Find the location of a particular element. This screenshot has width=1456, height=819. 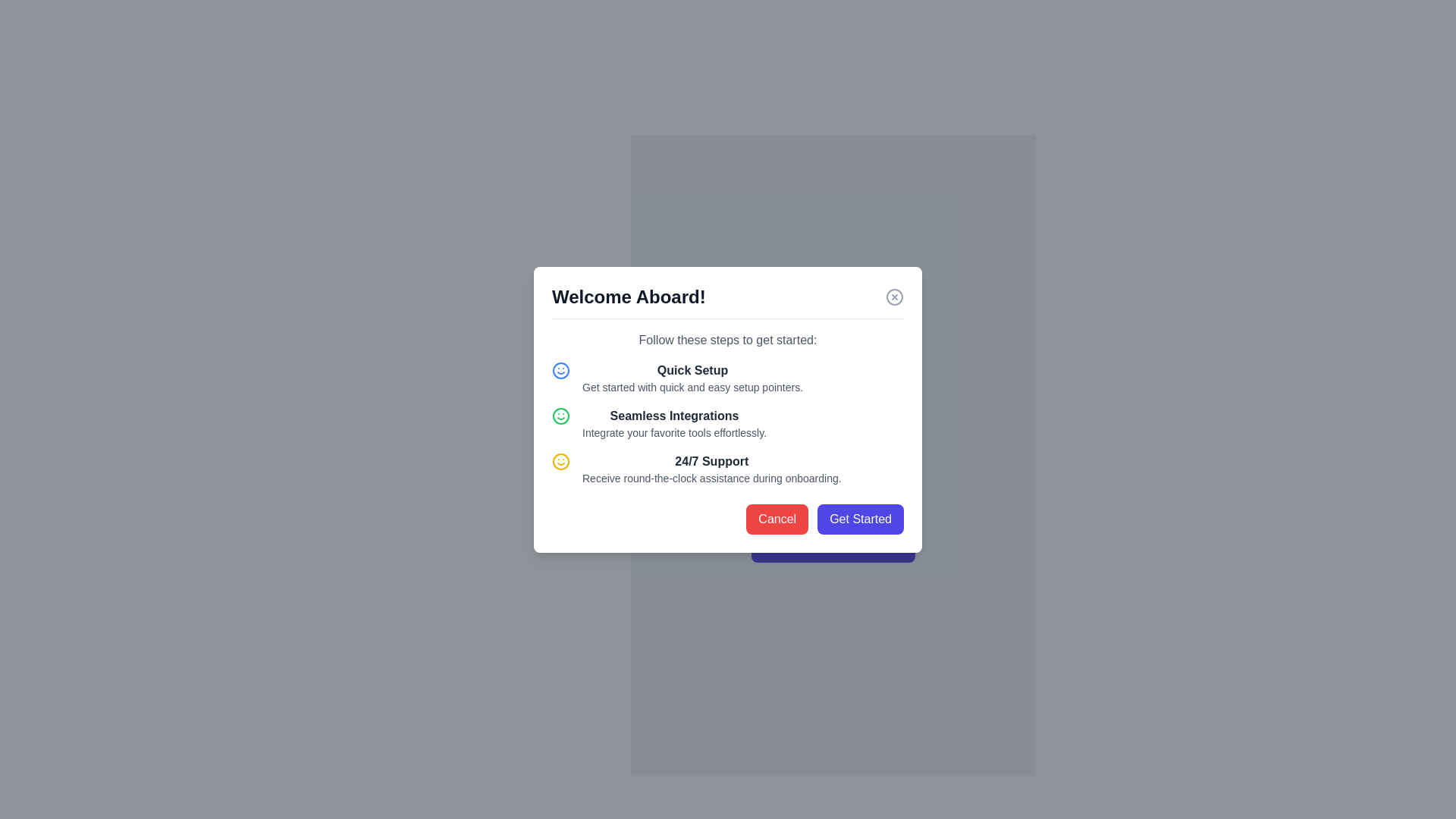

the smiling face icon SVG element located to the left of the '24/7 Support' text for information is located at coordinates (560, 460).